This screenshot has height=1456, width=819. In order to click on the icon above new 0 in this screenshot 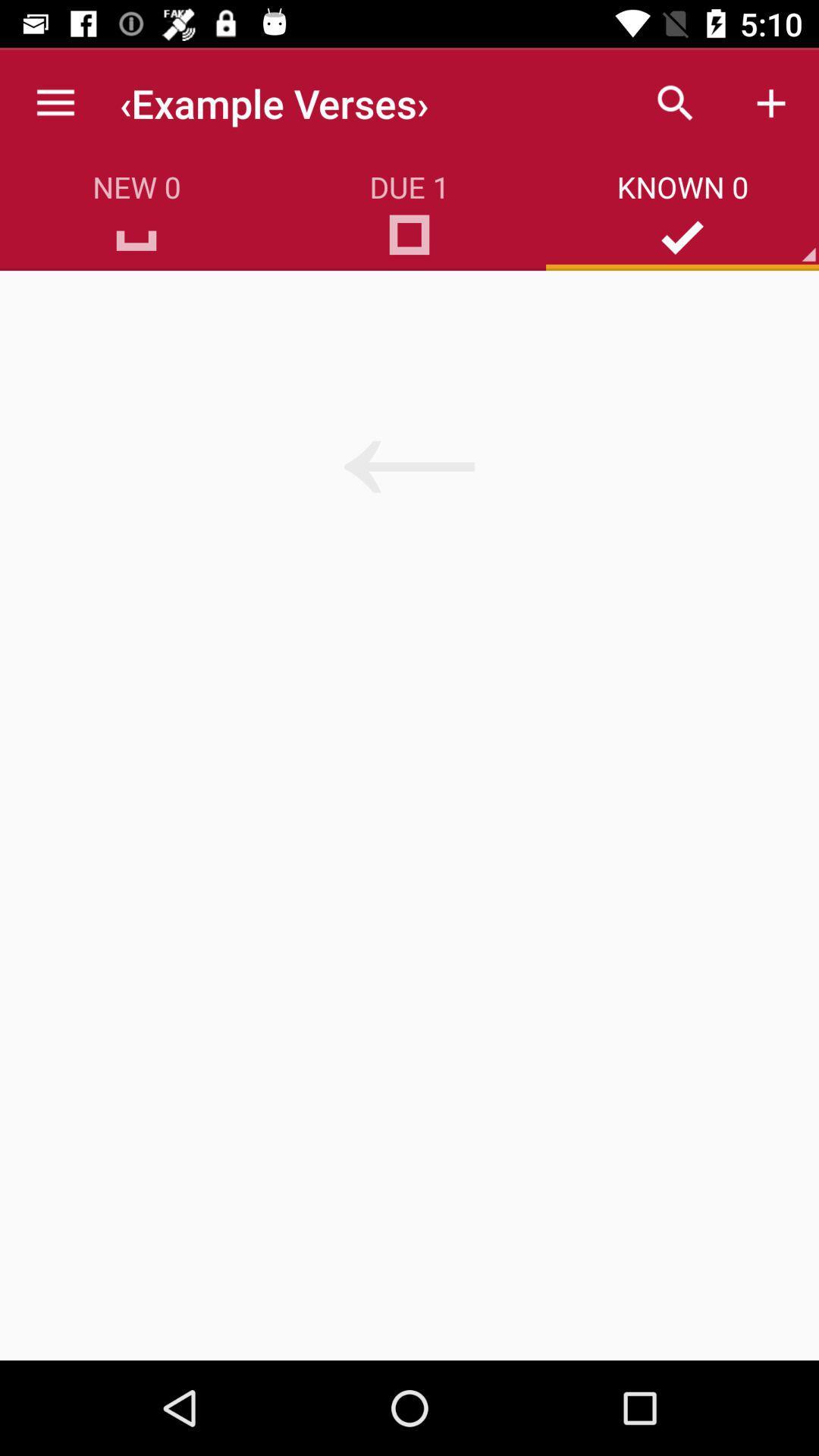, I will do `click(55, 102)`.